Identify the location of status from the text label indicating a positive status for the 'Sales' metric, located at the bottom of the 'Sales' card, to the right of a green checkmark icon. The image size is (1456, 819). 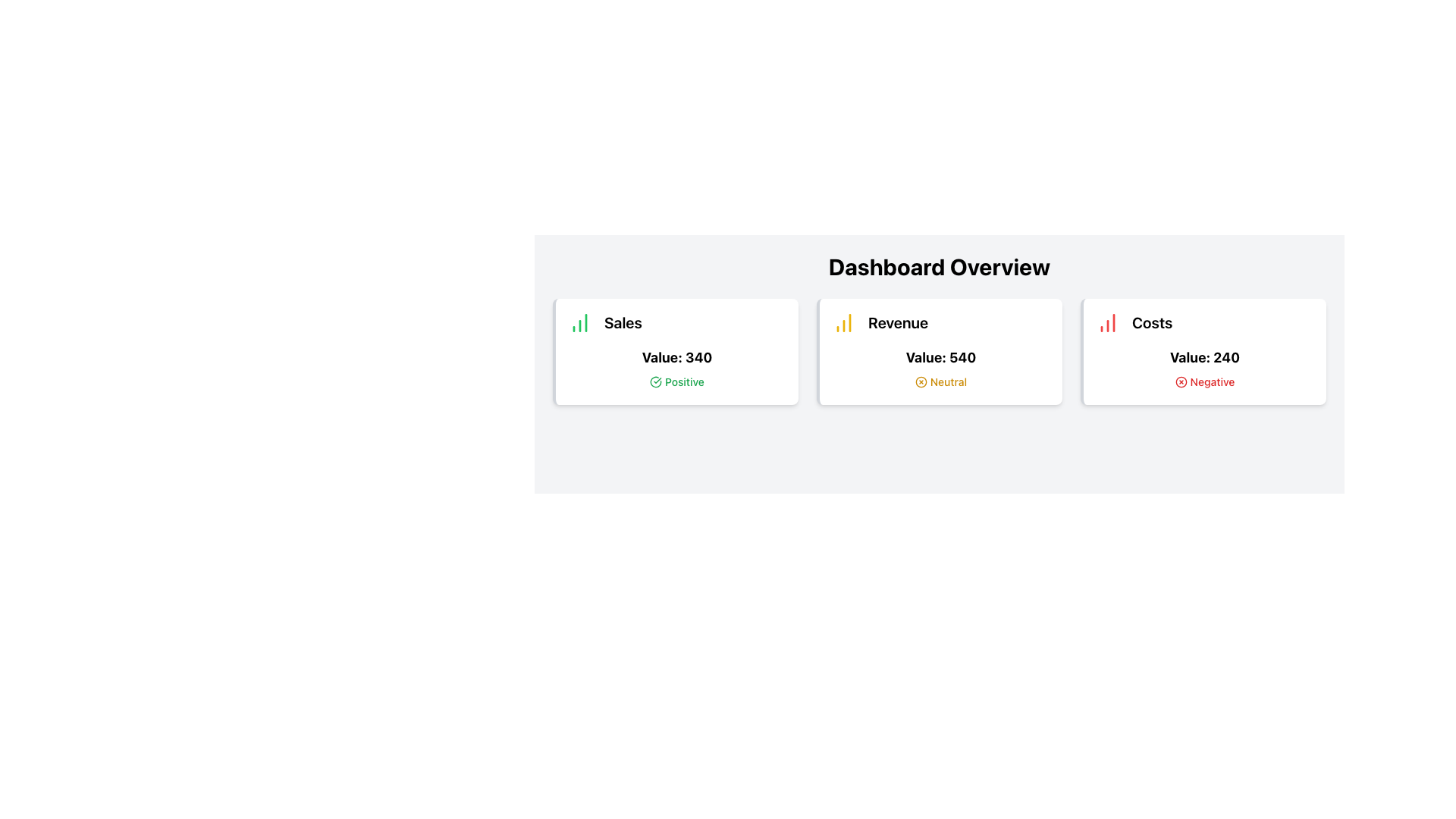
(683, 381).